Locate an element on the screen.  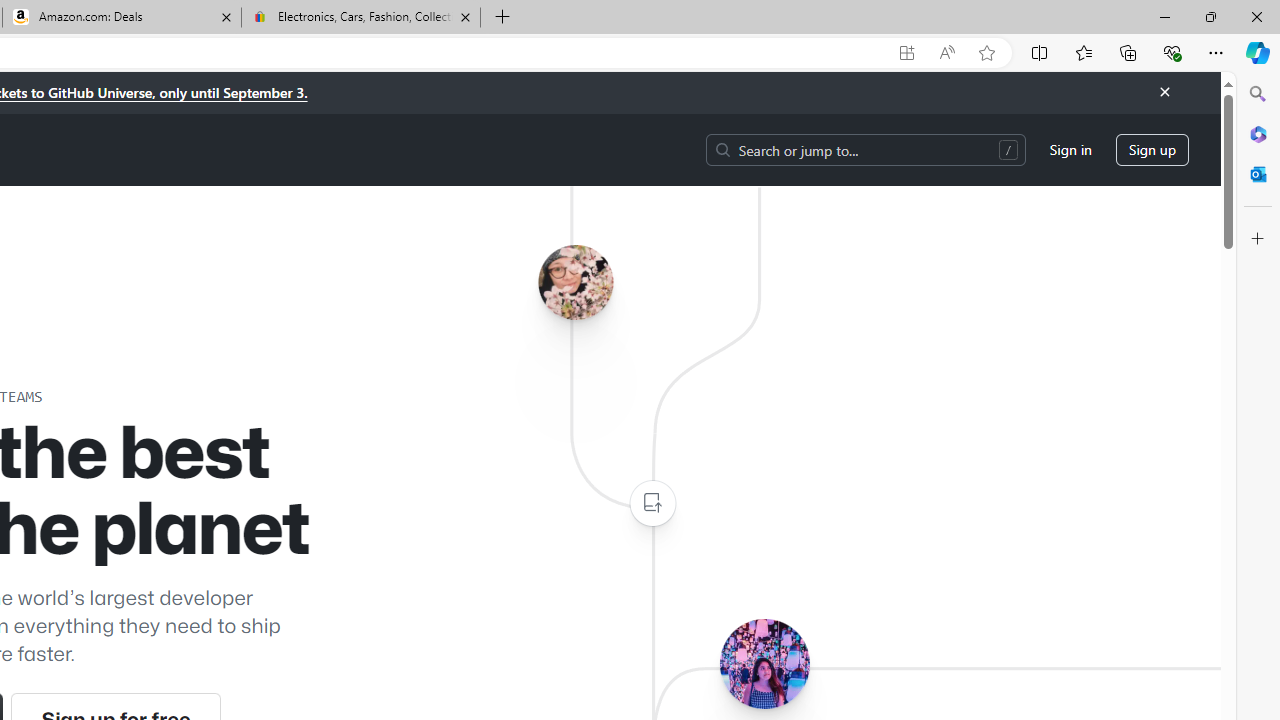
'Sign in' is located at coordinates (1069, 148).